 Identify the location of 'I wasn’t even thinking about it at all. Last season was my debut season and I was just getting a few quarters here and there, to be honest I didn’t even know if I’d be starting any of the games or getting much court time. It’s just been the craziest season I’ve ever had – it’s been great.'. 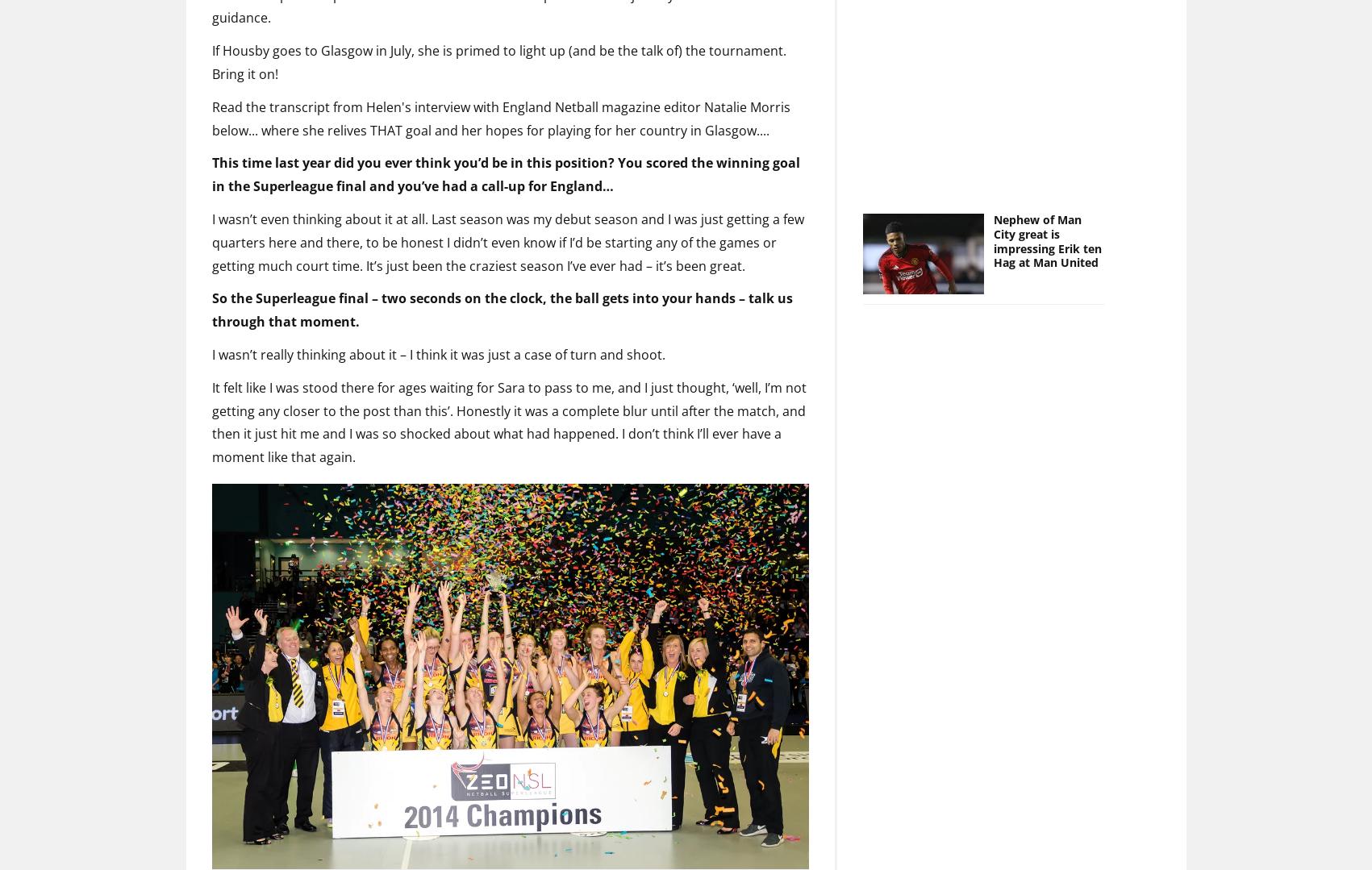
(507, 215).